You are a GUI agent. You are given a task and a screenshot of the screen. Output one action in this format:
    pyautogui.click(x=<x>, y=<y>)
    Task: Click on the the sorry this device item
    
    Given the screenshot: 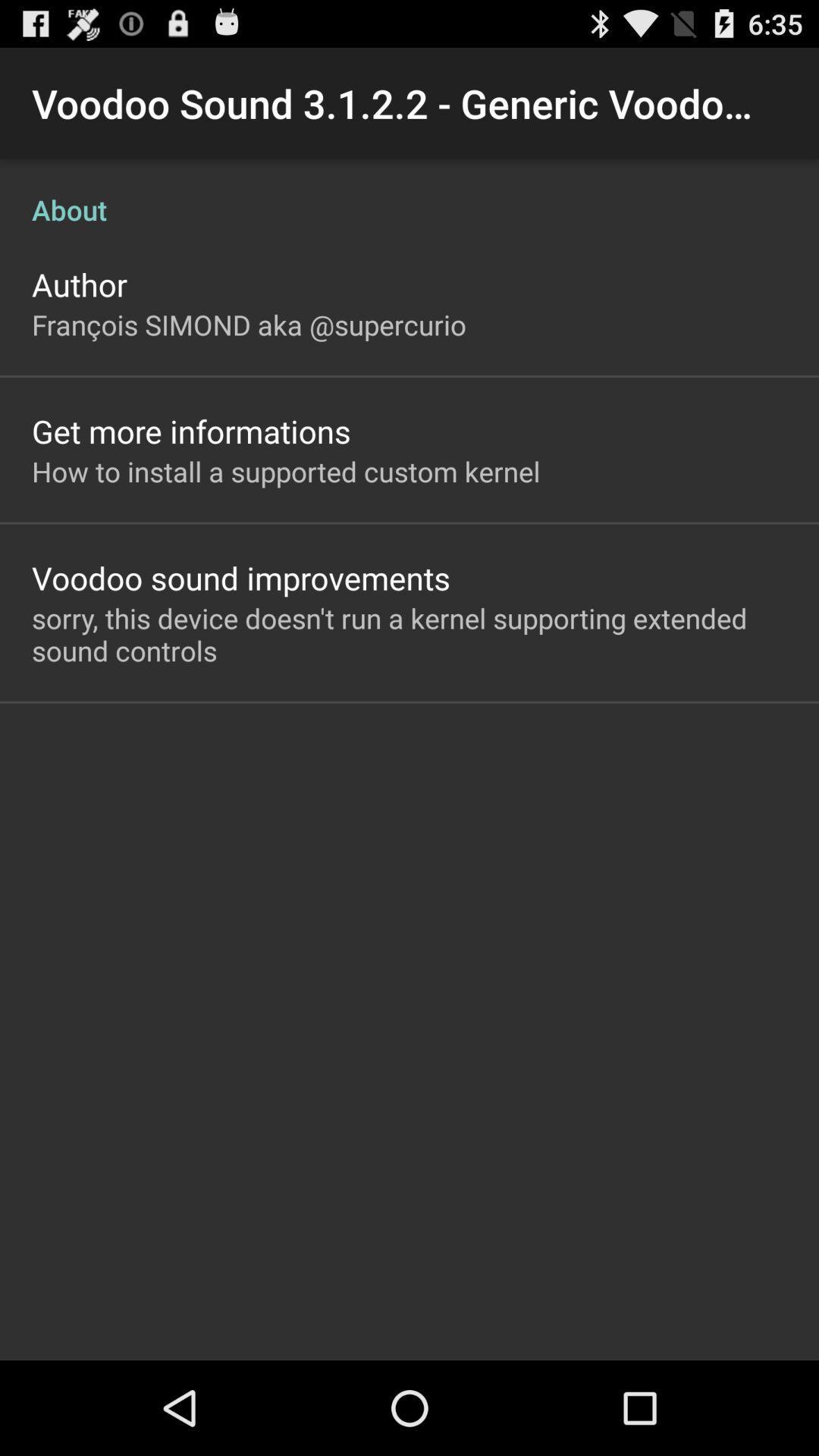 What is the action you would take?
    pyautogui.click(x=409, y=634)
    